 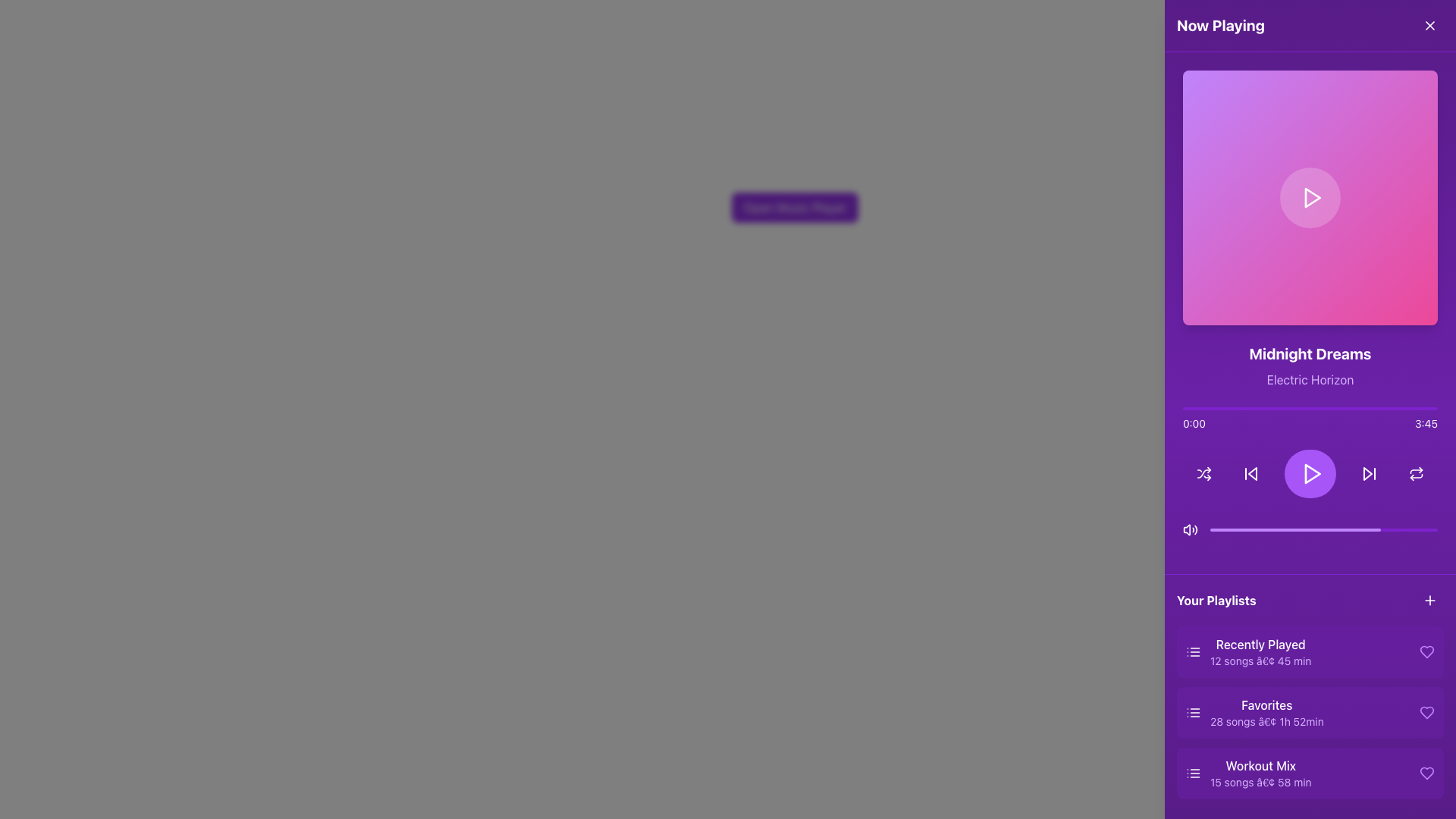 I want to click on the audio control icon located, so click(x=1189, y=529).